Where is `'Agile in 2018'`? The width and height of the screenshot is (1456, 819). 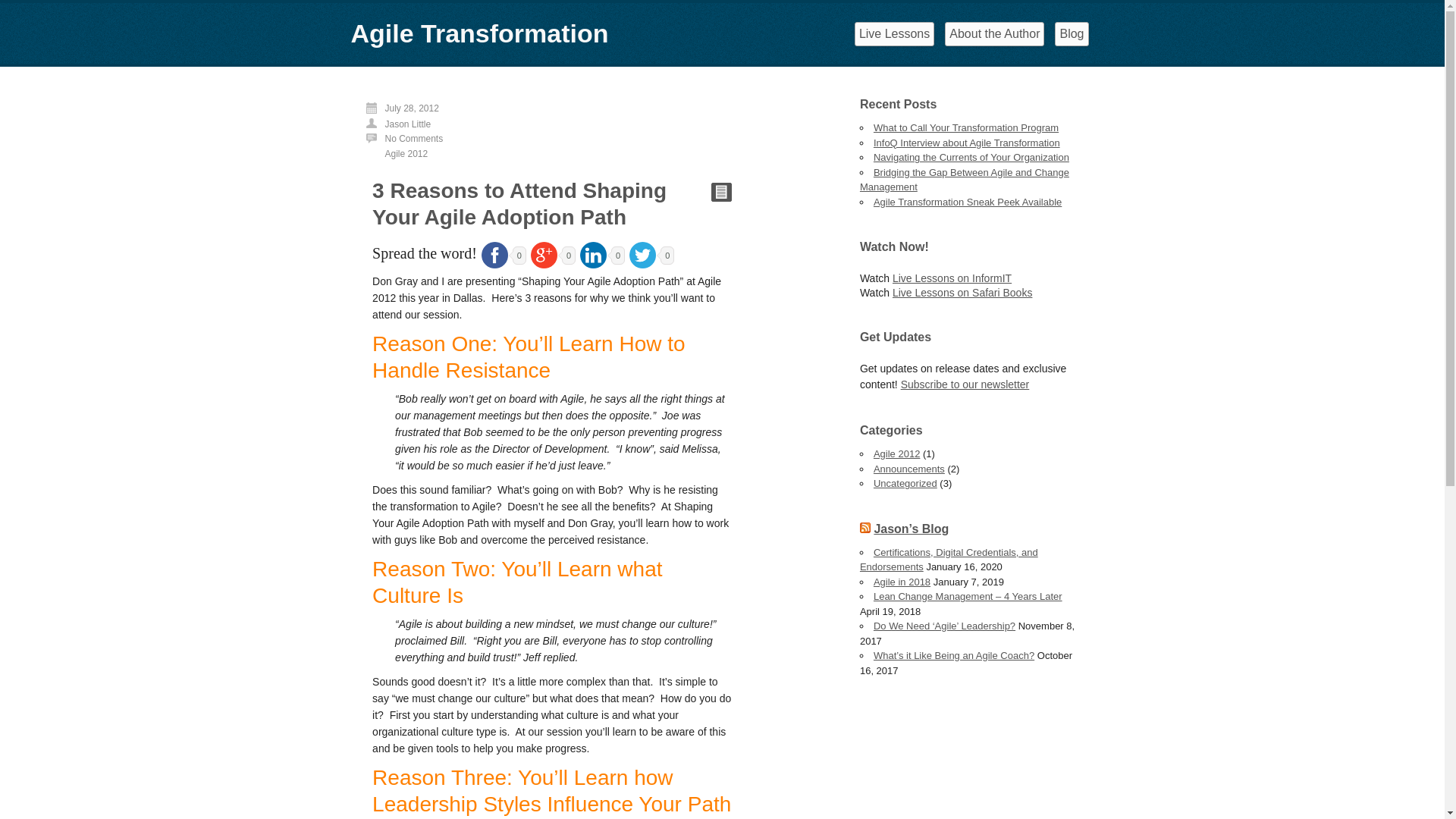
'Agile in 2018' is located at coordinates (902, 581).